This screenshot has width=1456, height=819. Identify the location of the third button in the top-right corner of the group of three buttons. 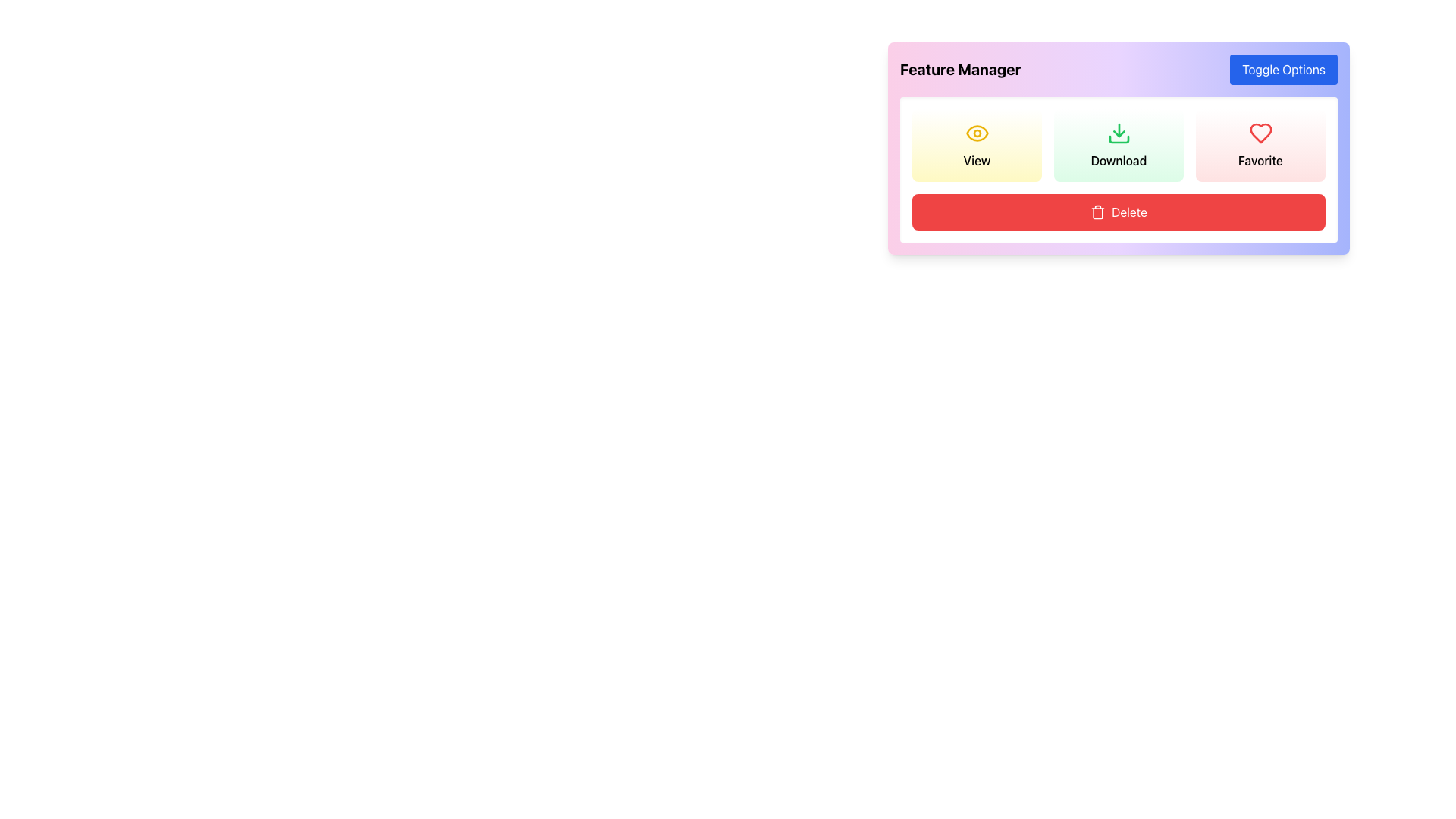
(1260, 146).